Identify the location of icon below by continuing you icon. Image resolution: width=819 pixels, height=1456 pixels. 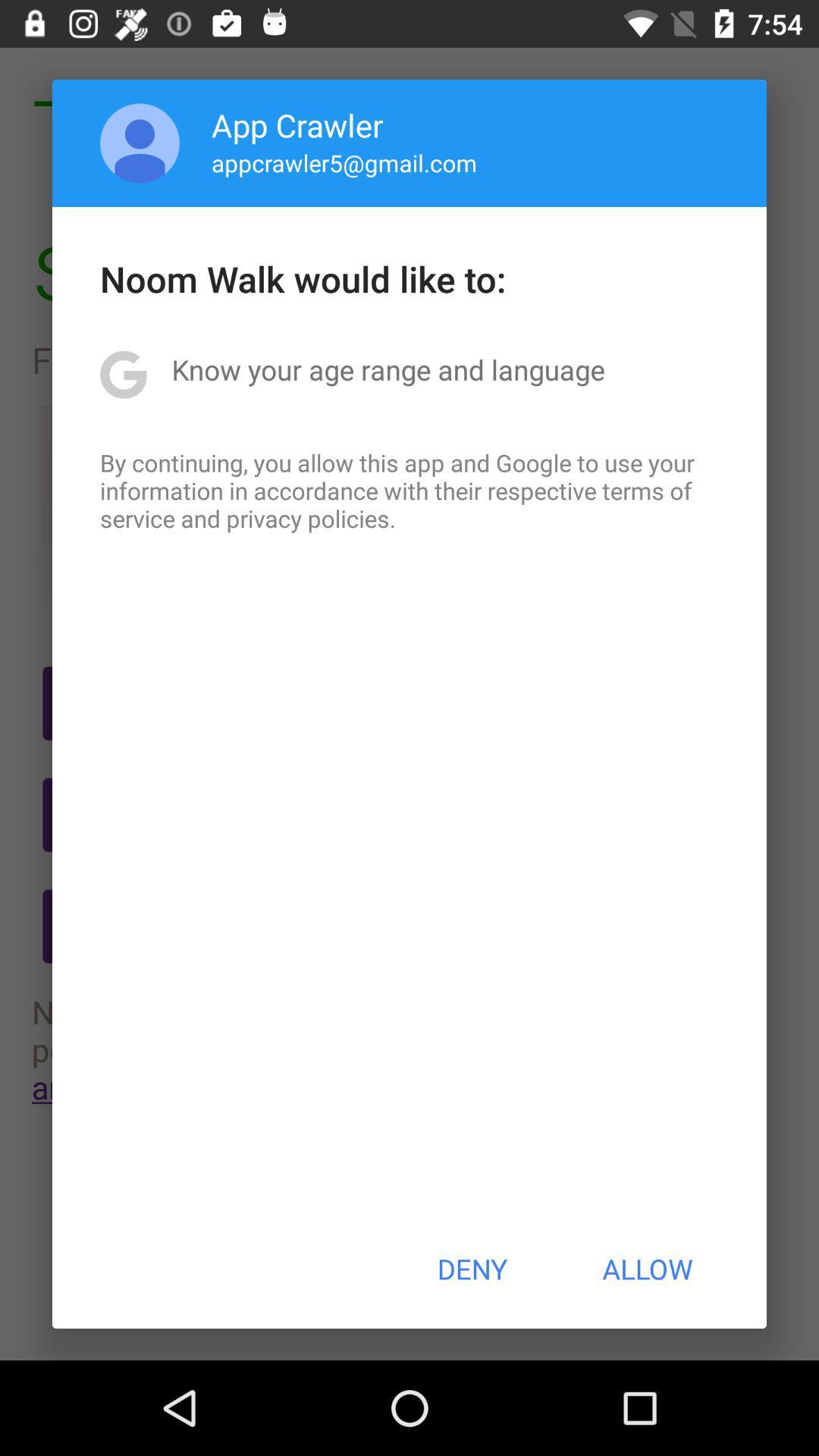
(471, 1269).